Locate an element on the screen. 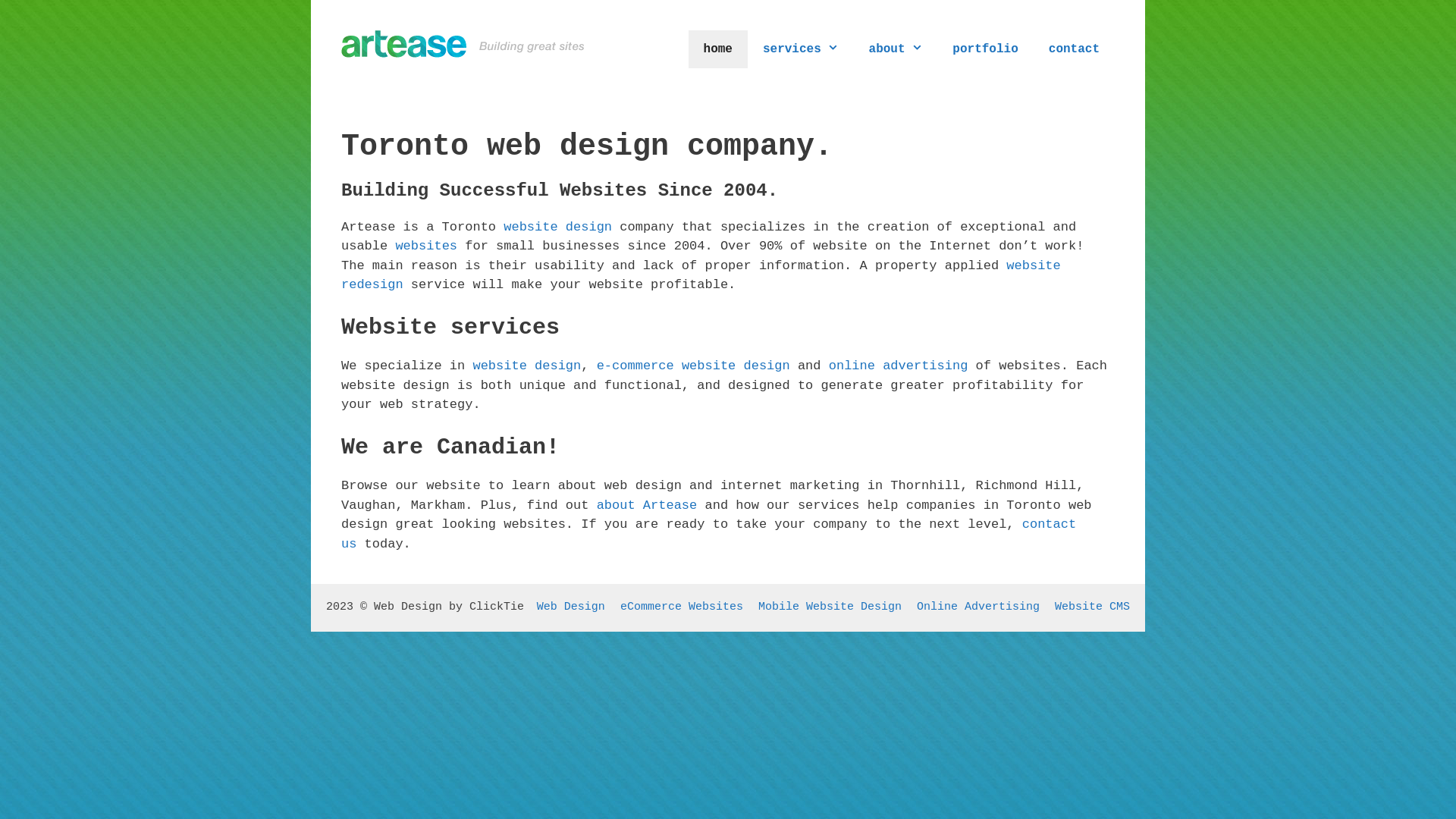  'online advertising' is located at coordinates (899, 366).